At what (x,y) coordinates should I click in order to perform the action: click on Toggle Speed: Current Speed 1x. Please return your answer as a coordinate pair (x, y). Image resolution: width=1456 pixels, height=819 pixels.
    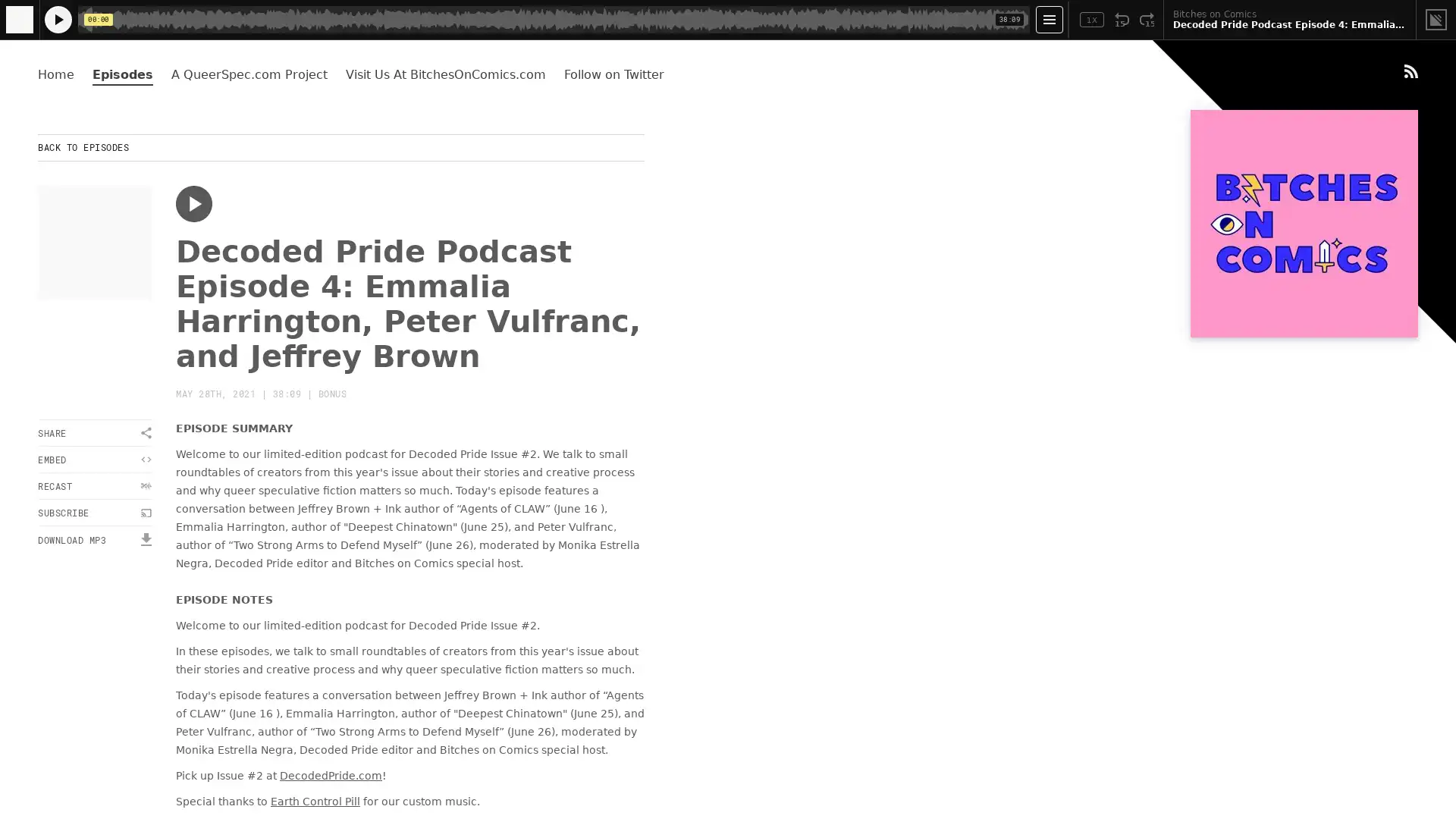
    Looking at the image, I should click on (1092, 20).